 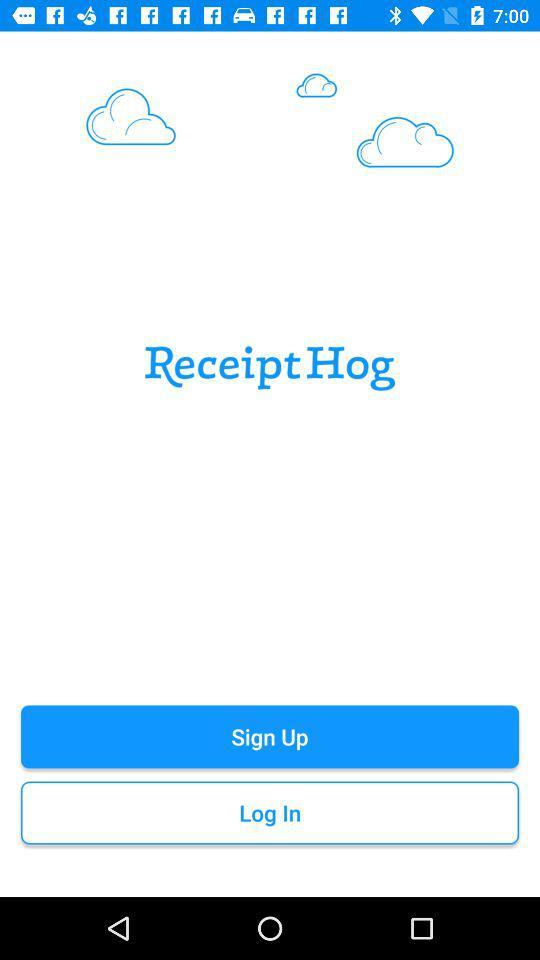 What do you see at coordinates (270, 735) in the screenshot?
I see `icon above the log in` at bounding box center [270, 735].